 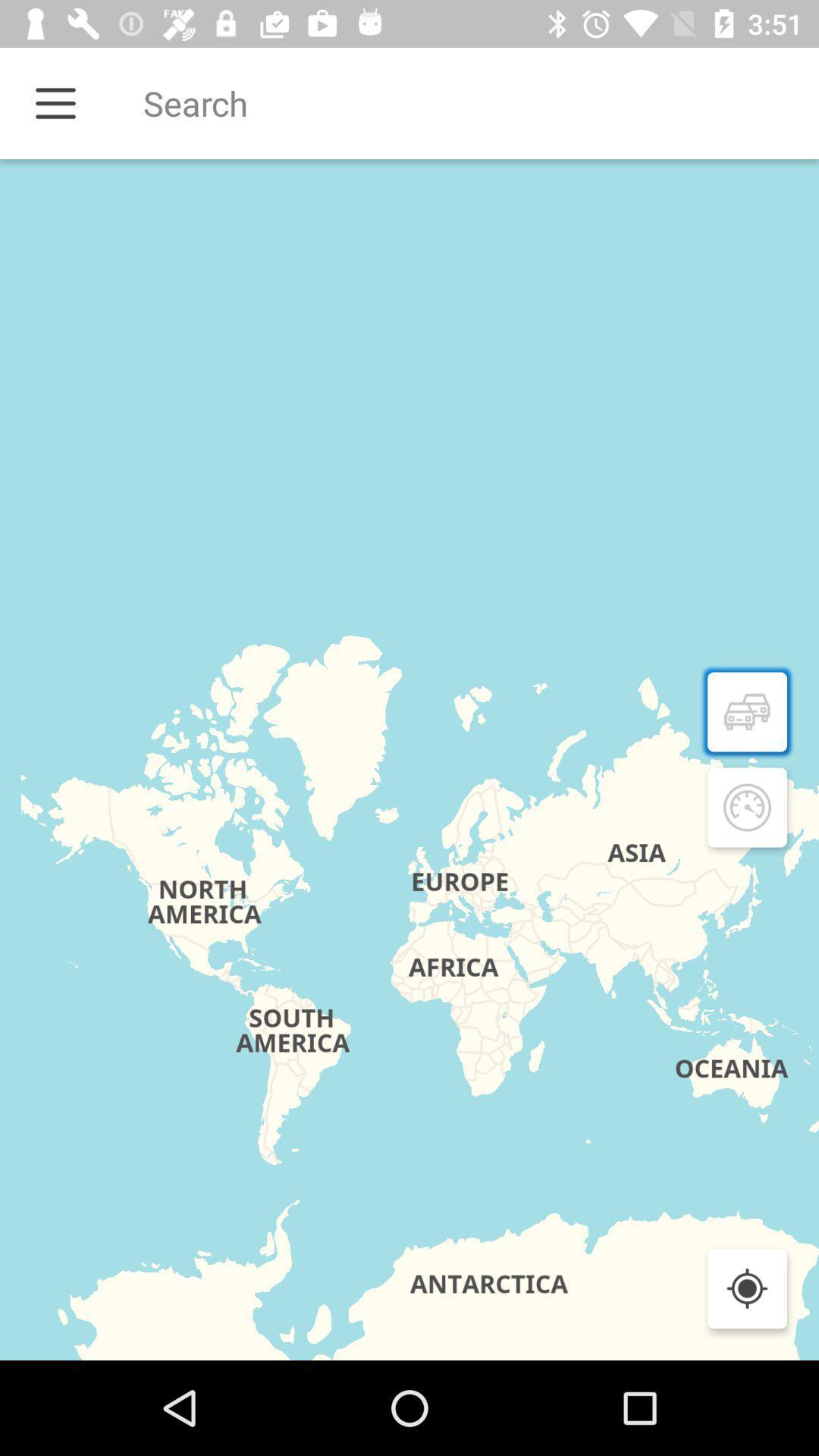 I want to click on show more menu options, so click(x=55, y=102).